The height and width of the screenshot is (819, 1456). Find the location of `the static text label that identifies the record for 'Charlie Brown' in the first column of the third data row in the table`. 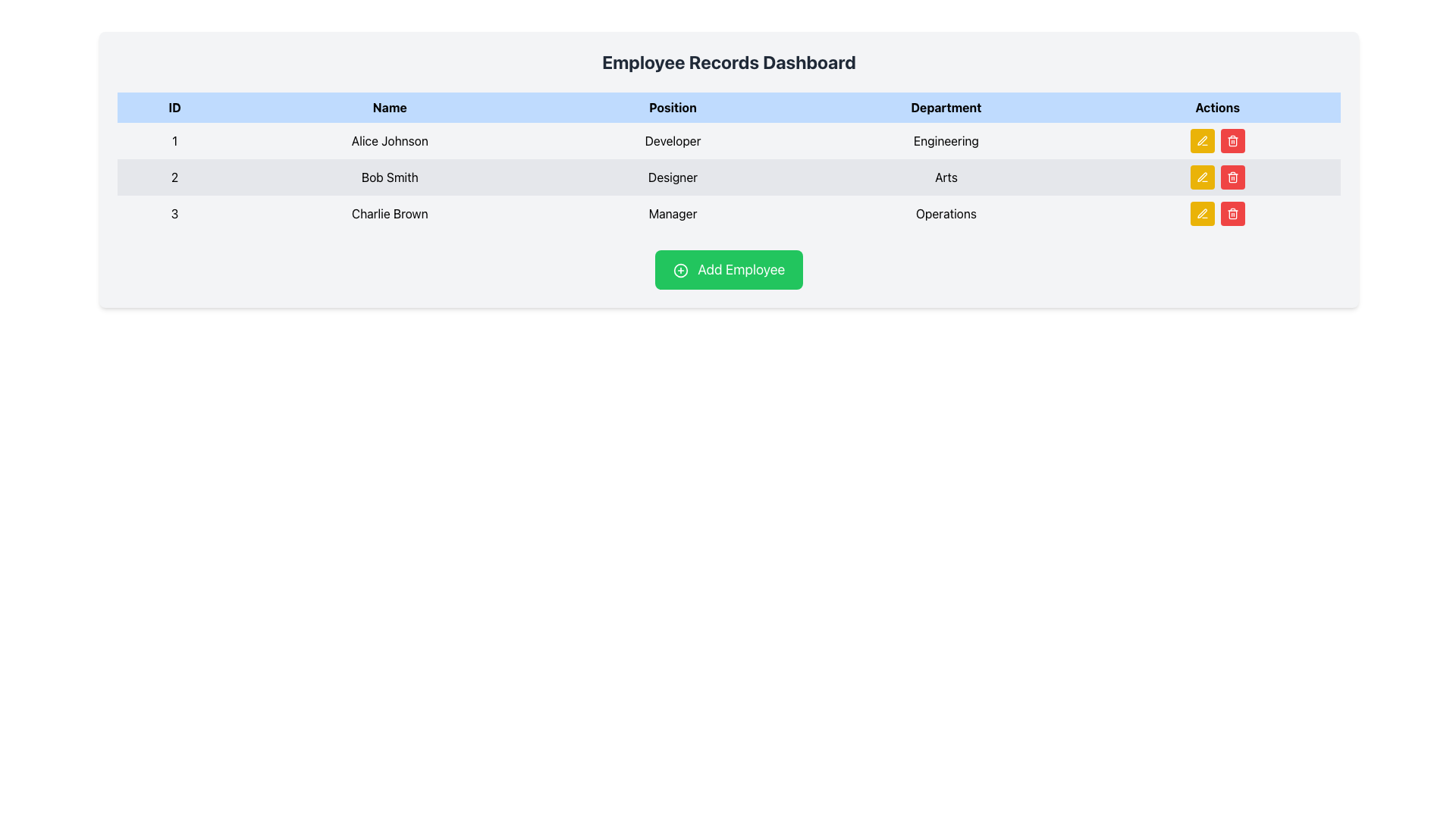

the static text label that identifies the record for 'Charlie Brown' in the first column of the third data row in the table is located at coordinates (174, 213).